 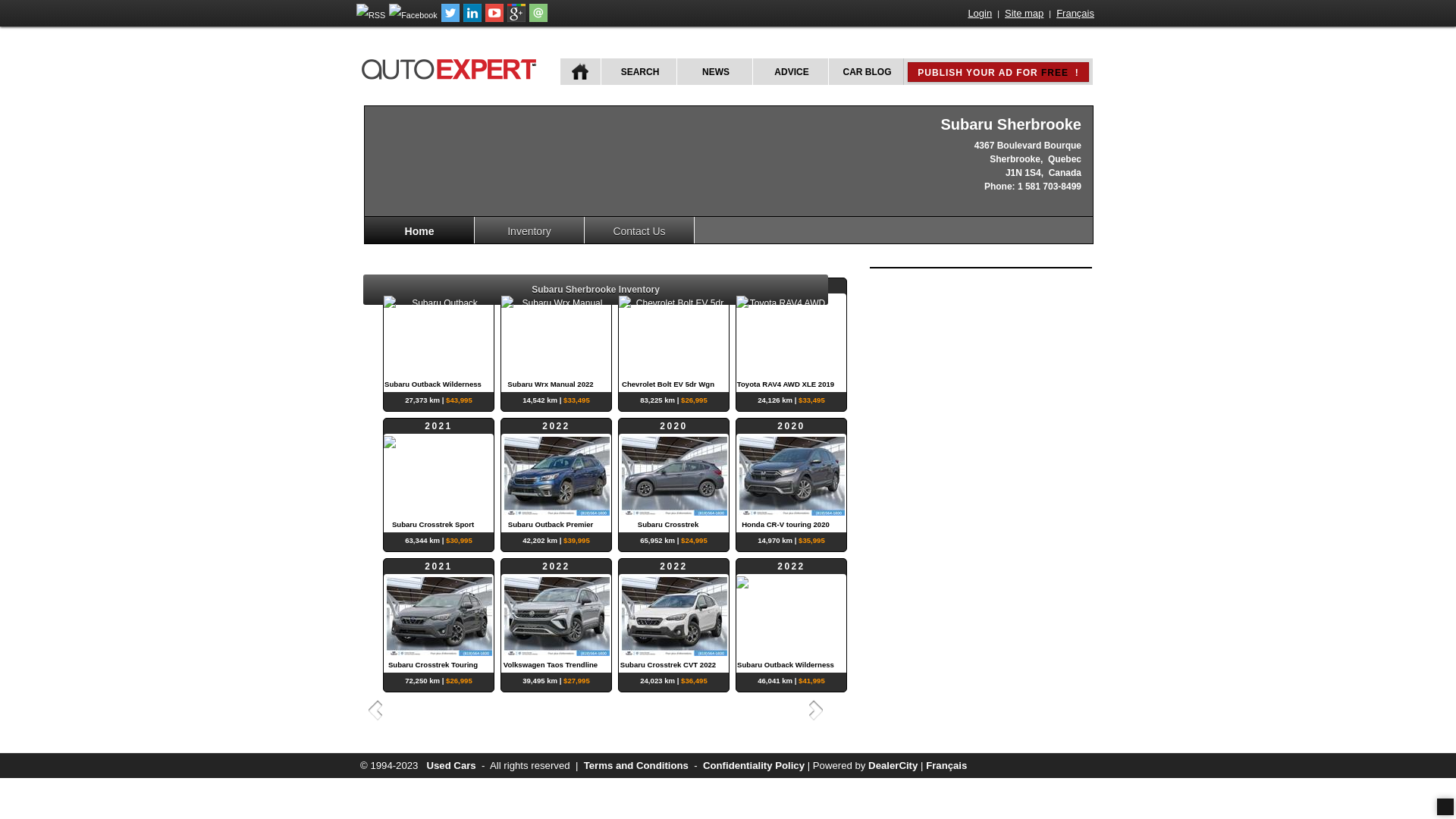 What do you see at coordinates (555, 334) in the screenshot?
I see `'2022` at bounding box center [555, 334].